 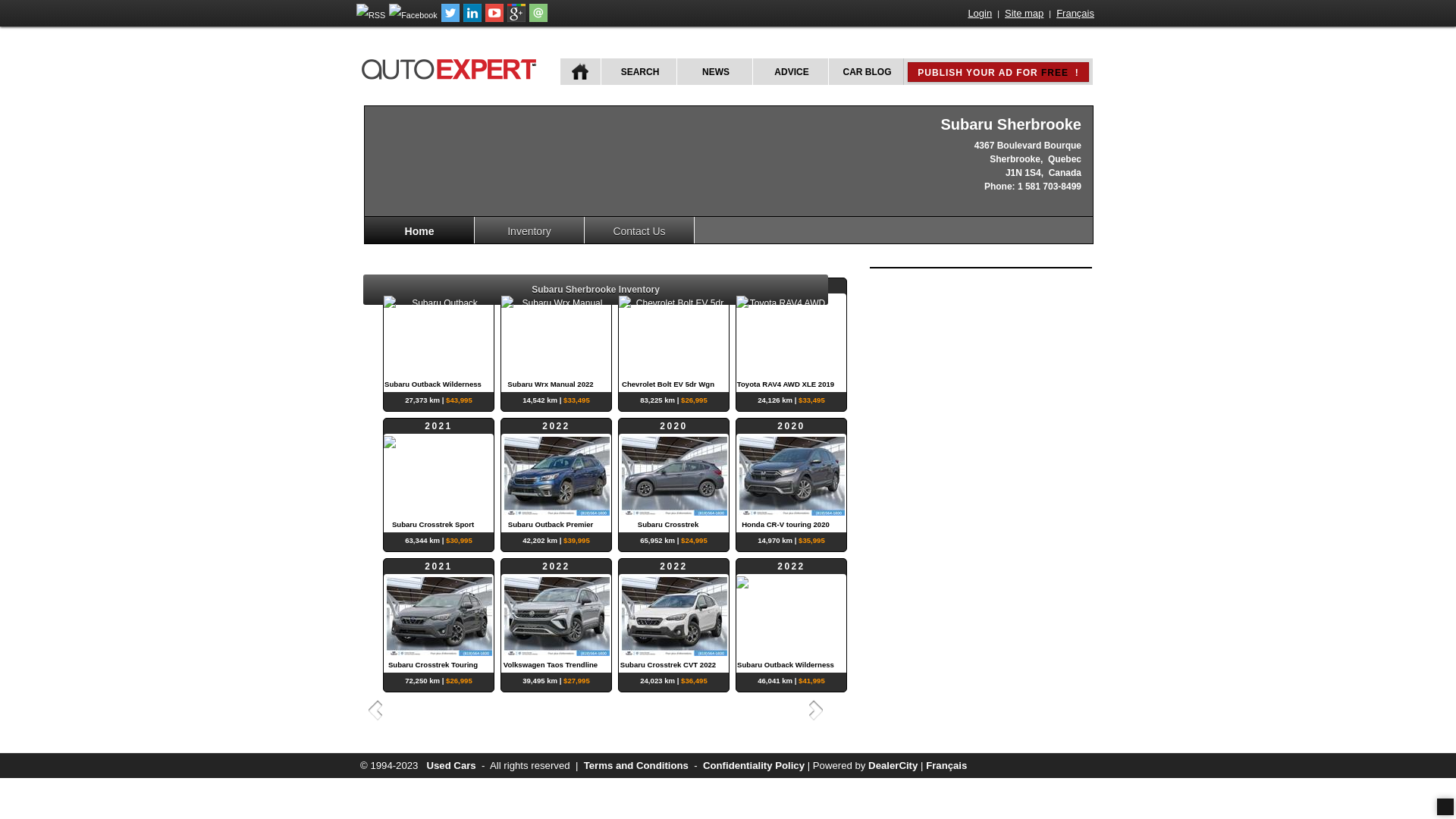 What do you see at coordinates (555, 334) in the screenshot?
I see `'2022` at bounding box center [555, 334].